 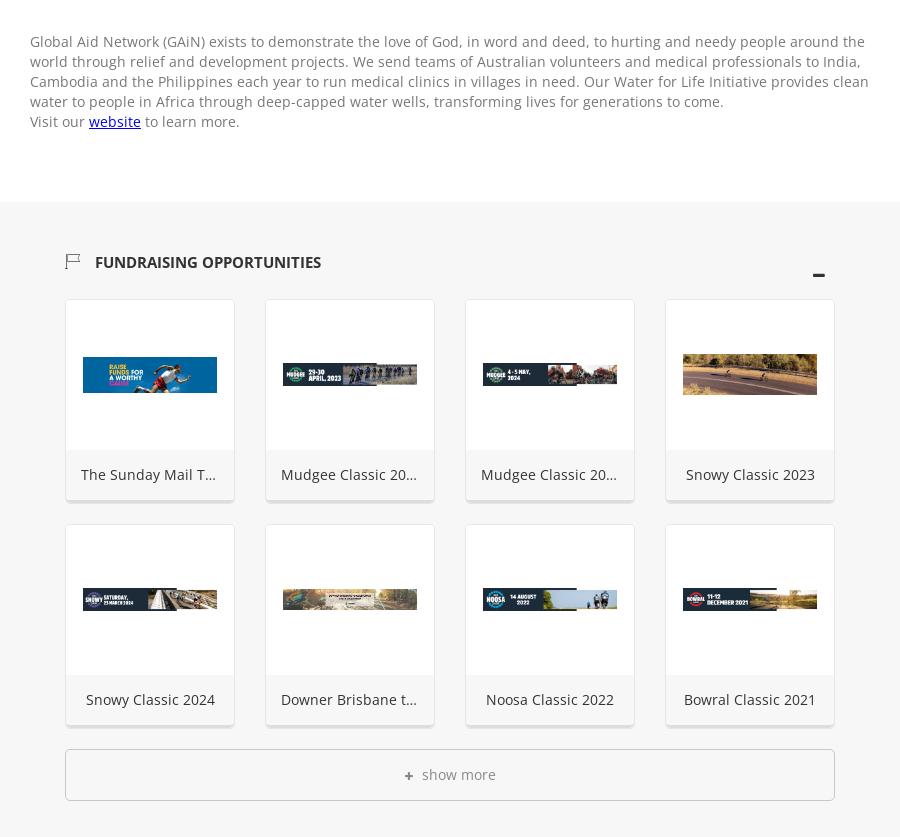 What do you see at coordinates (457, 772) in the screenshot?
I see `'show more'` at bounding box center [457, 772].